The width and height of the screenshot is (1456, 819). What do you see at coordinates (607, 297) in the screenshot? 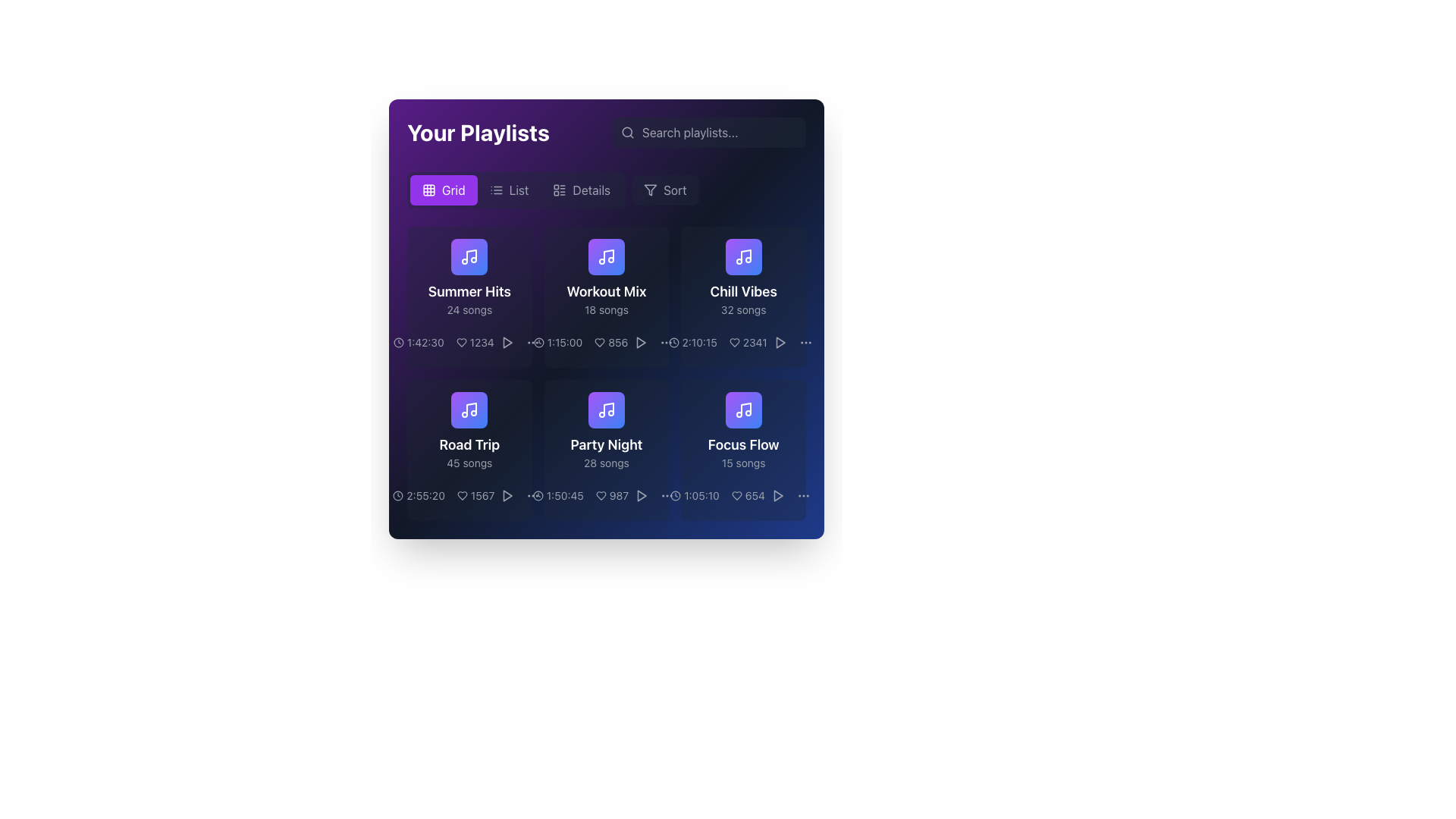
I see `the 'Workout Mix' playlist card, which is the middle card in the top row of the 'Your Playlists' section` at bounding box center [607, 297].